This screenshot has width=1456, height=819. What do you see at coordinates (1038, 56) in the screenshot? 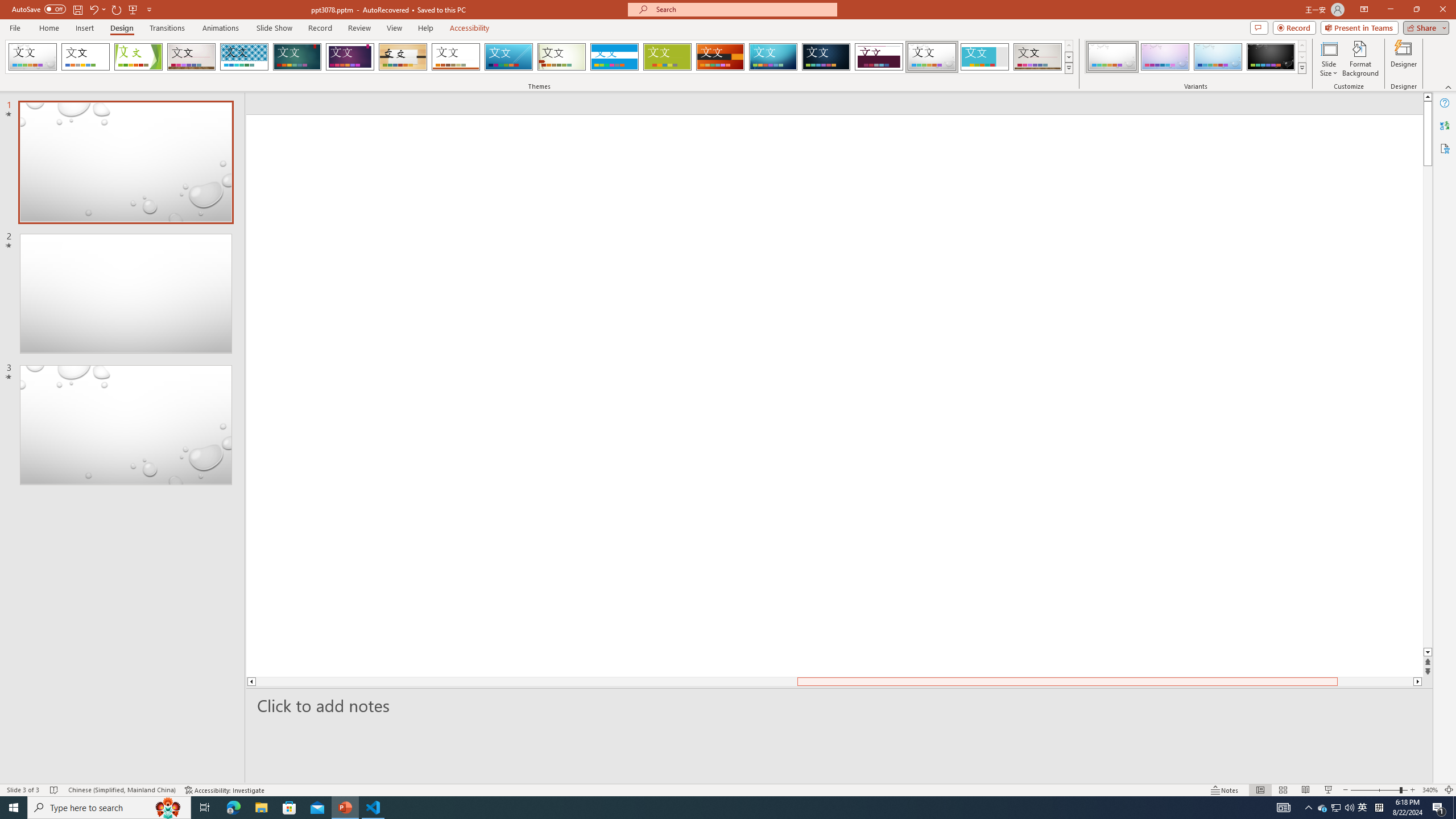
I see `'Gallery'` at bounding box center [1038, 56].